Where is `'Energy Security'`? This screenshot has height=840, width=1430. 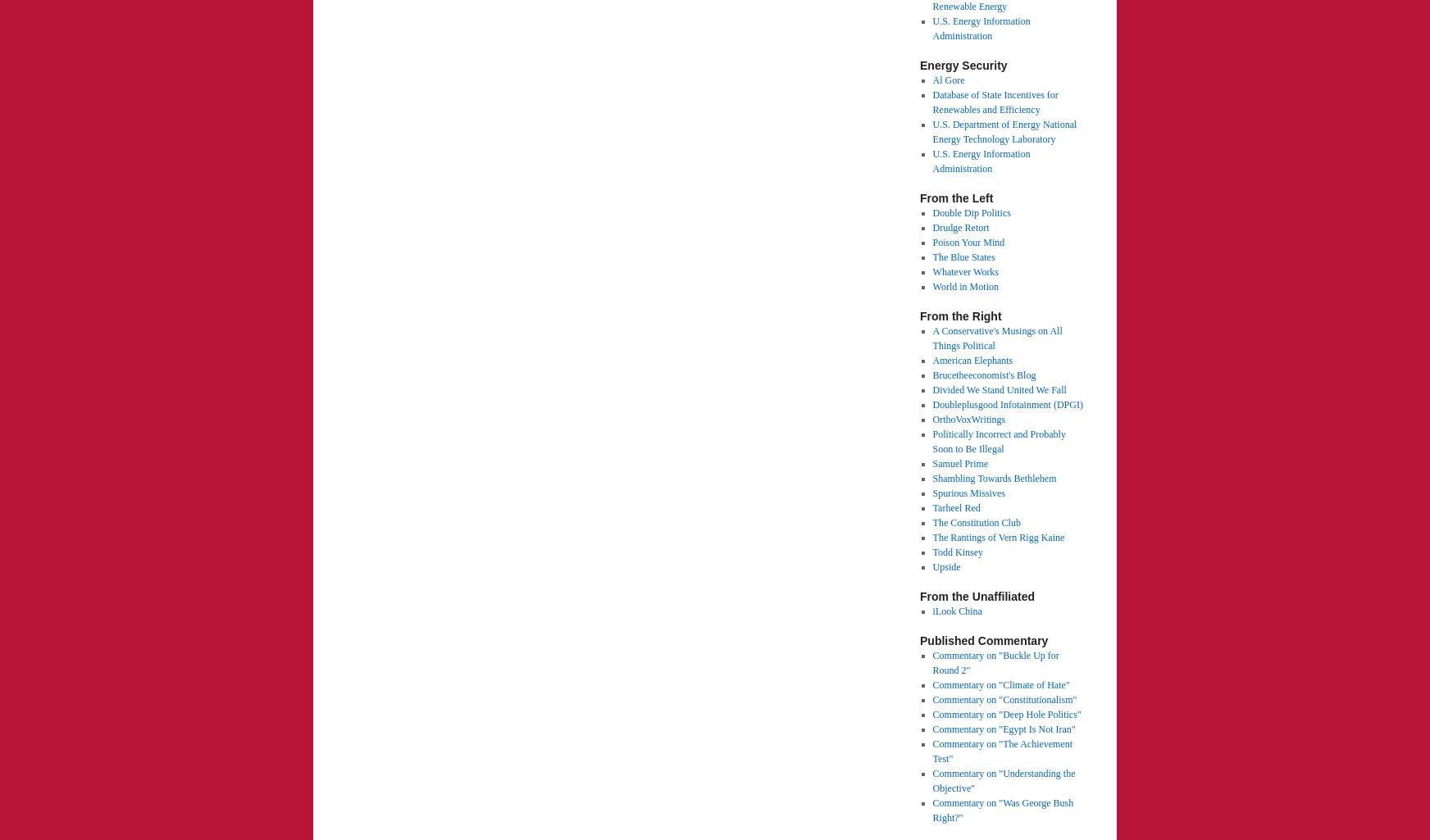 'Energy Security' is located at coordinates (962, 64).